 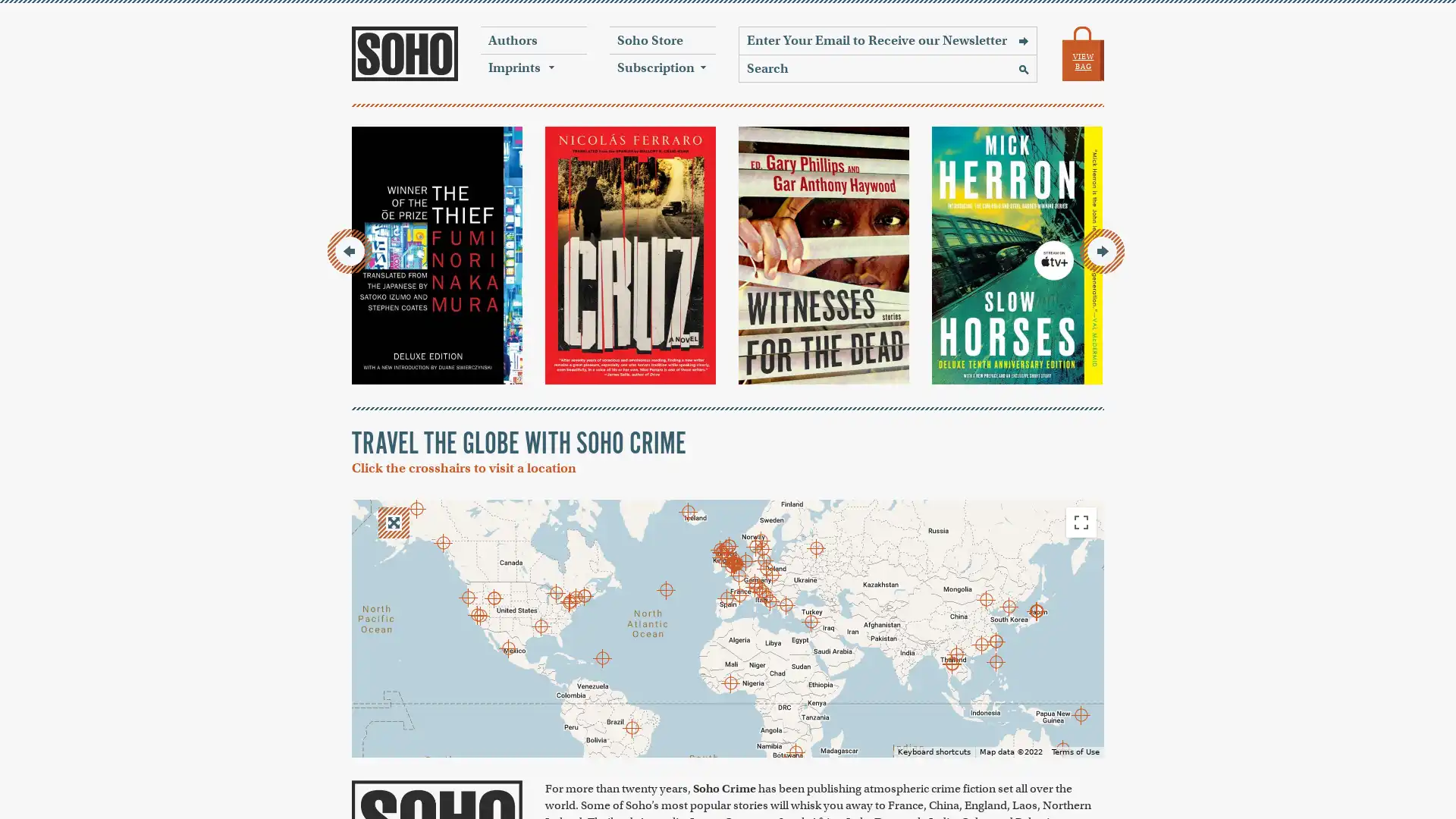 I want to click on Sign Up, so click(x=1023, y=39).